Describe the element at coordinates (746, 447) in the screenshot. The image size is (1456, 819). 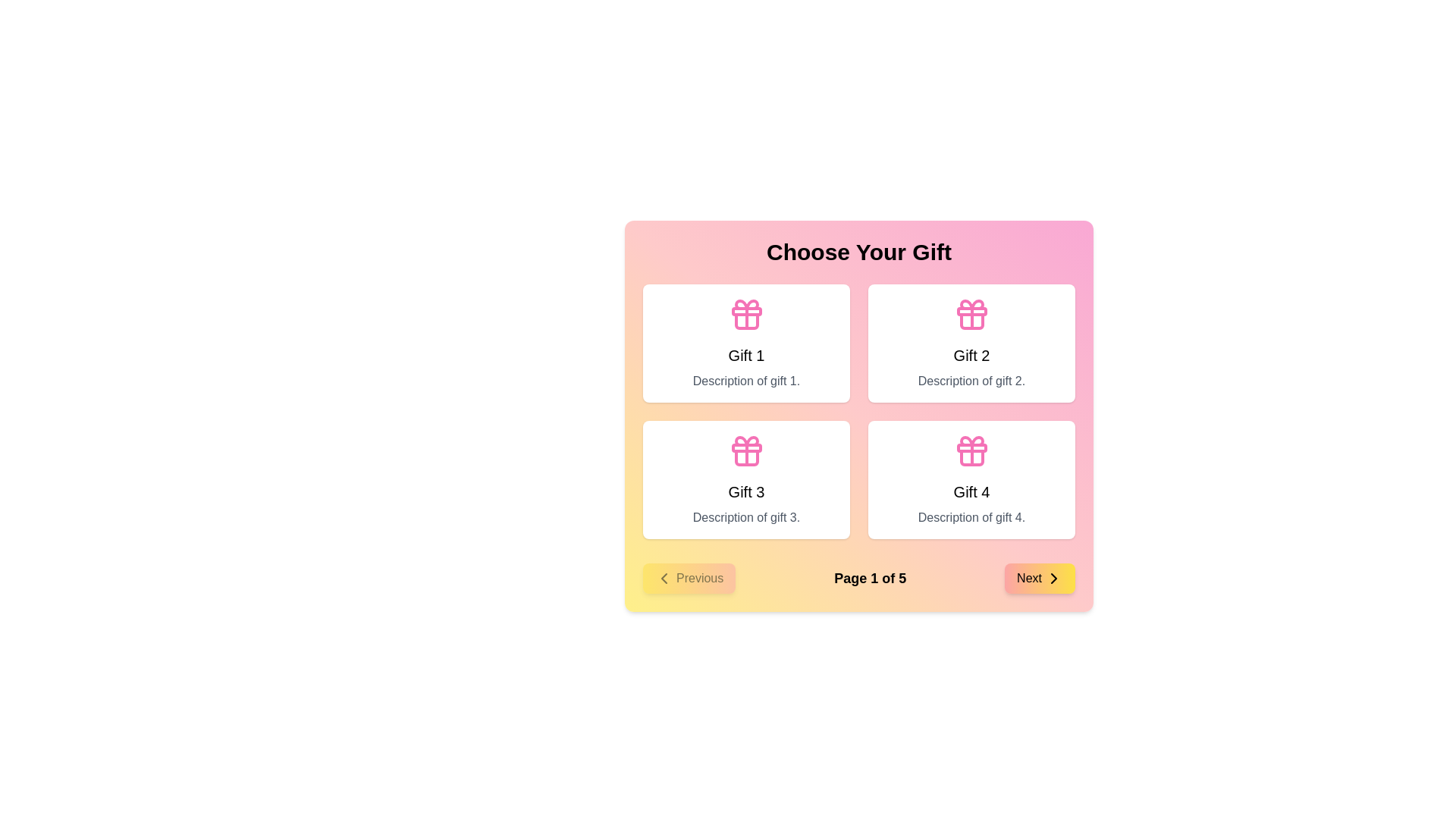
I see `the central horizontal pink rectangular bar of the gift icon located above the text 'Gift 1' in the top-left card of the grid layout` at that location.